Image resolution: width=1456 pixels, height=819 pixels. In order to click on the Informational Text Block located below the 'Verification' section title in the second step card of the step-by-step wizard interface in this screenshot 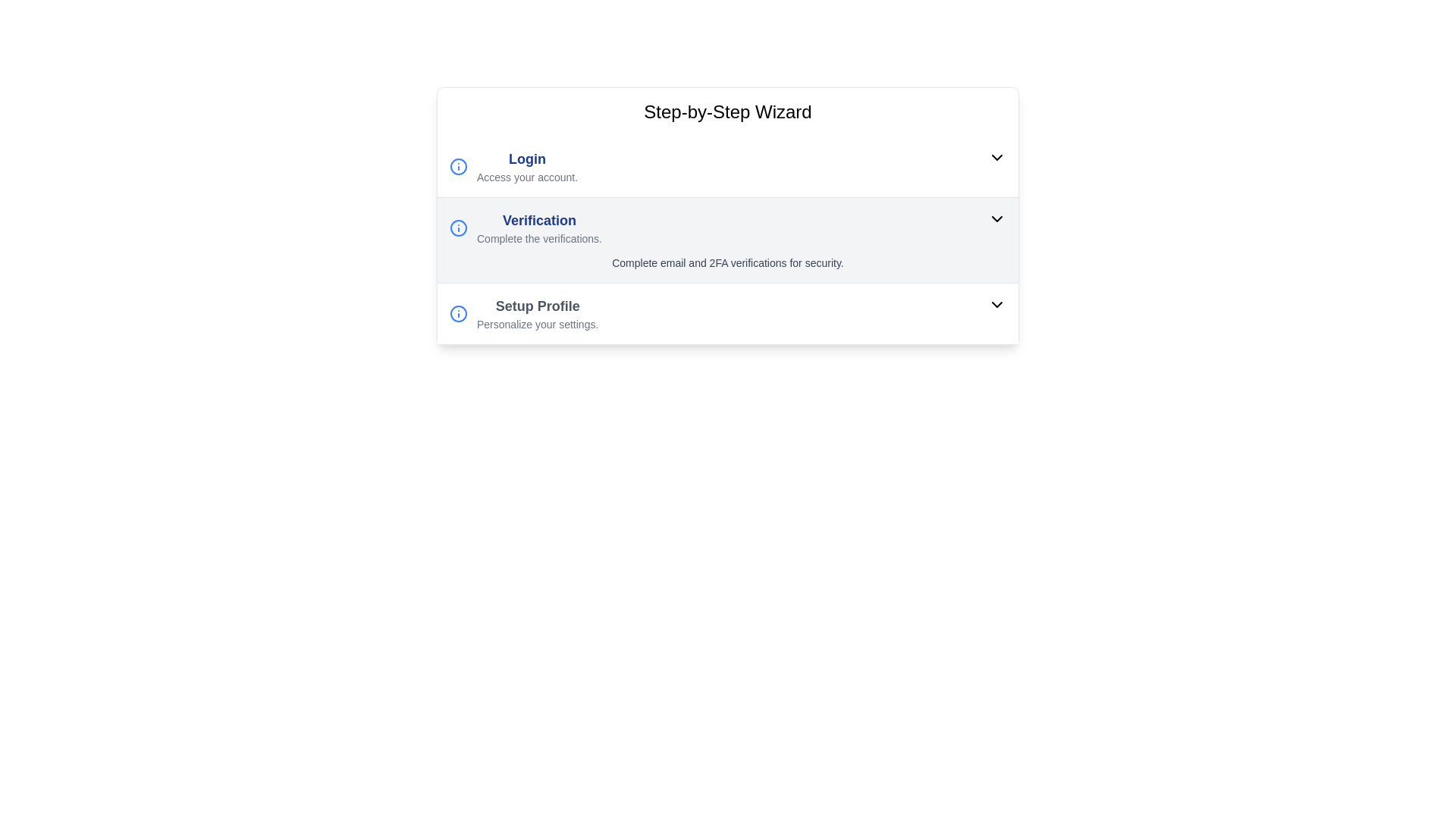, I will do `click(728, 262)`.